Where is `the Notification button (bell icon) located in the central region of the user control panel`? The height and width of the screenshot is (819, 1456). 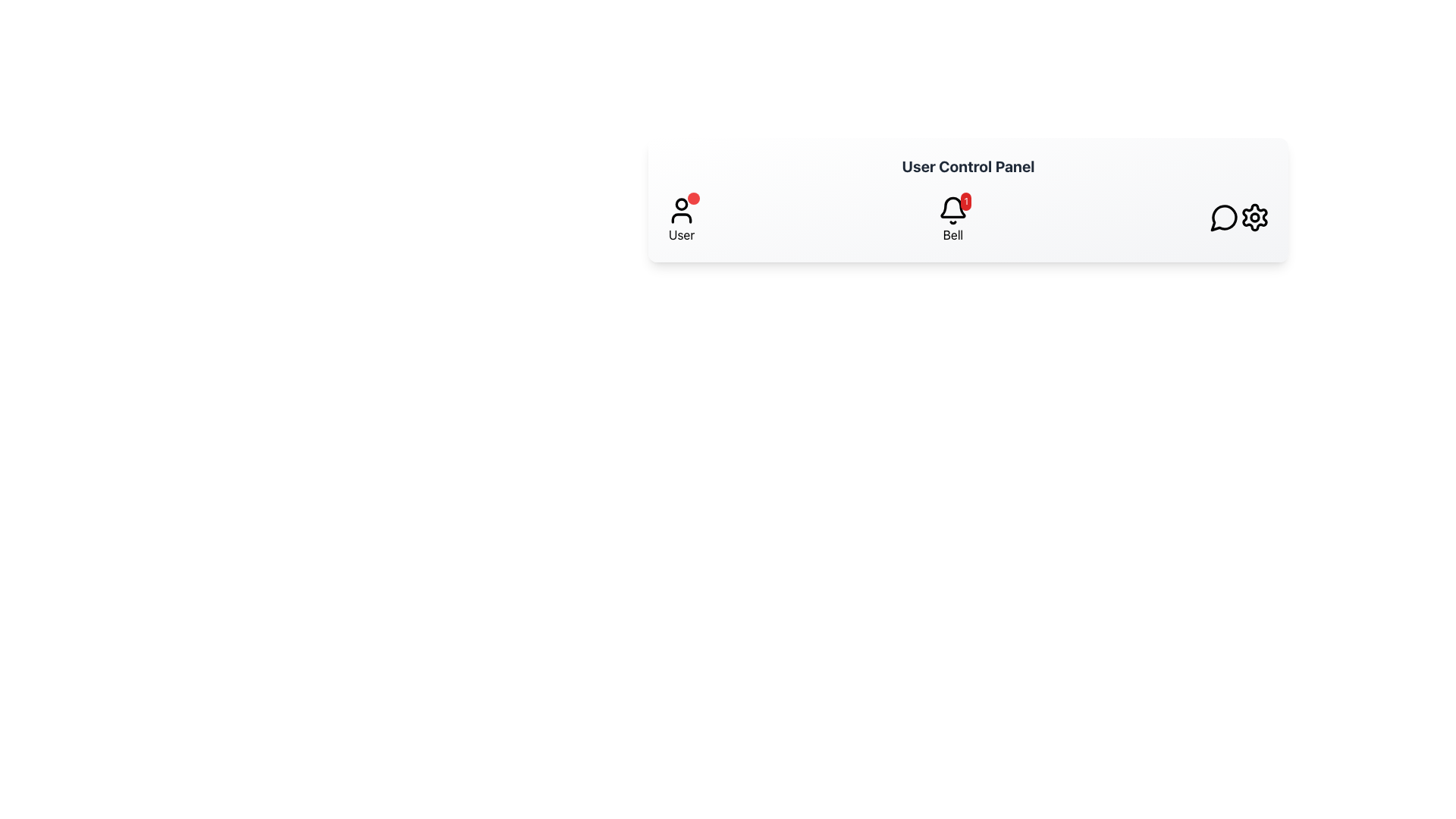
the Notification button (bell icon) located in the central region of the user control panel is located at coordinates (952, 219).